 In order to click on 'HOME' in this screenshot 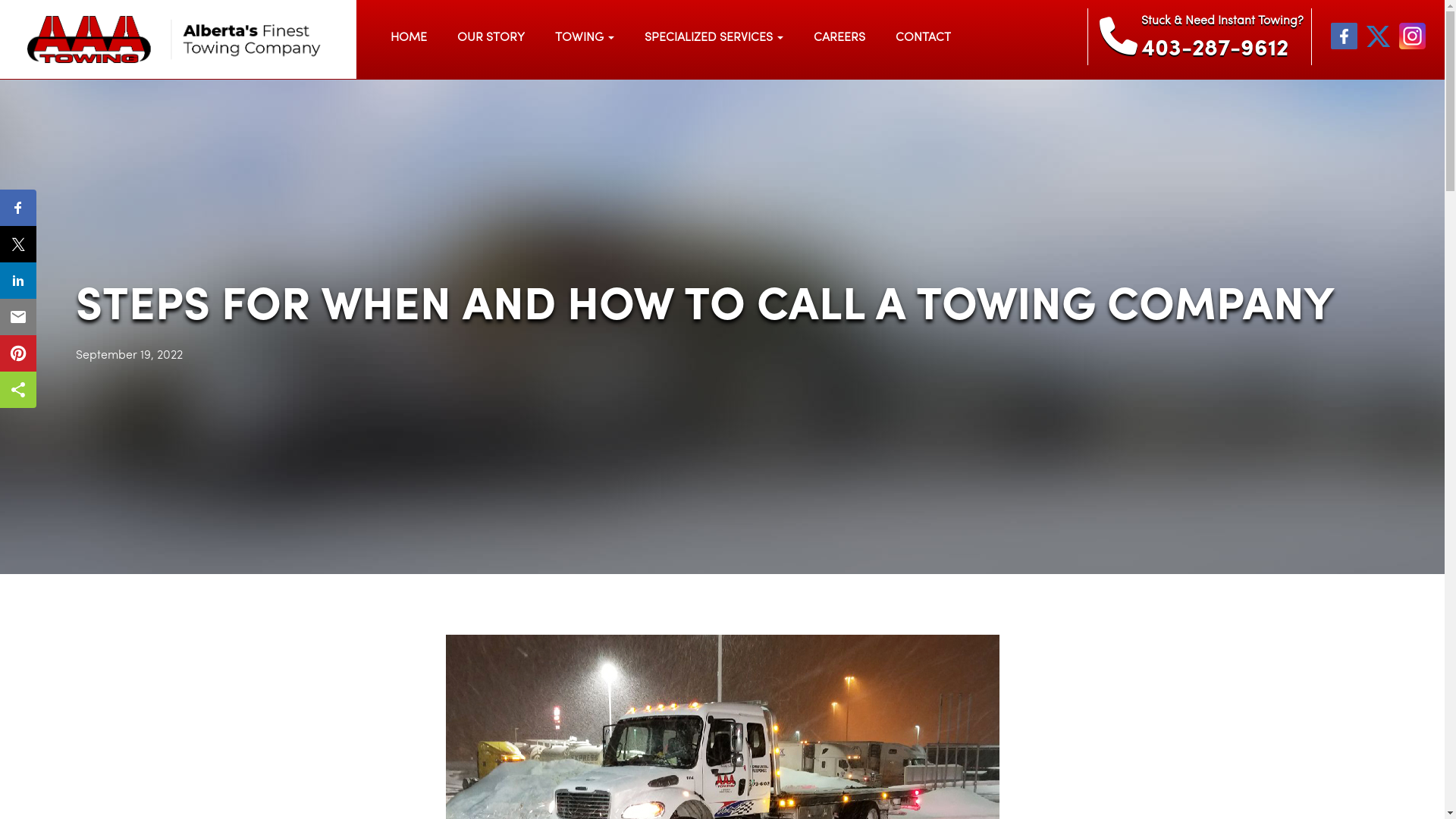, I will do `click(408, 37)`.